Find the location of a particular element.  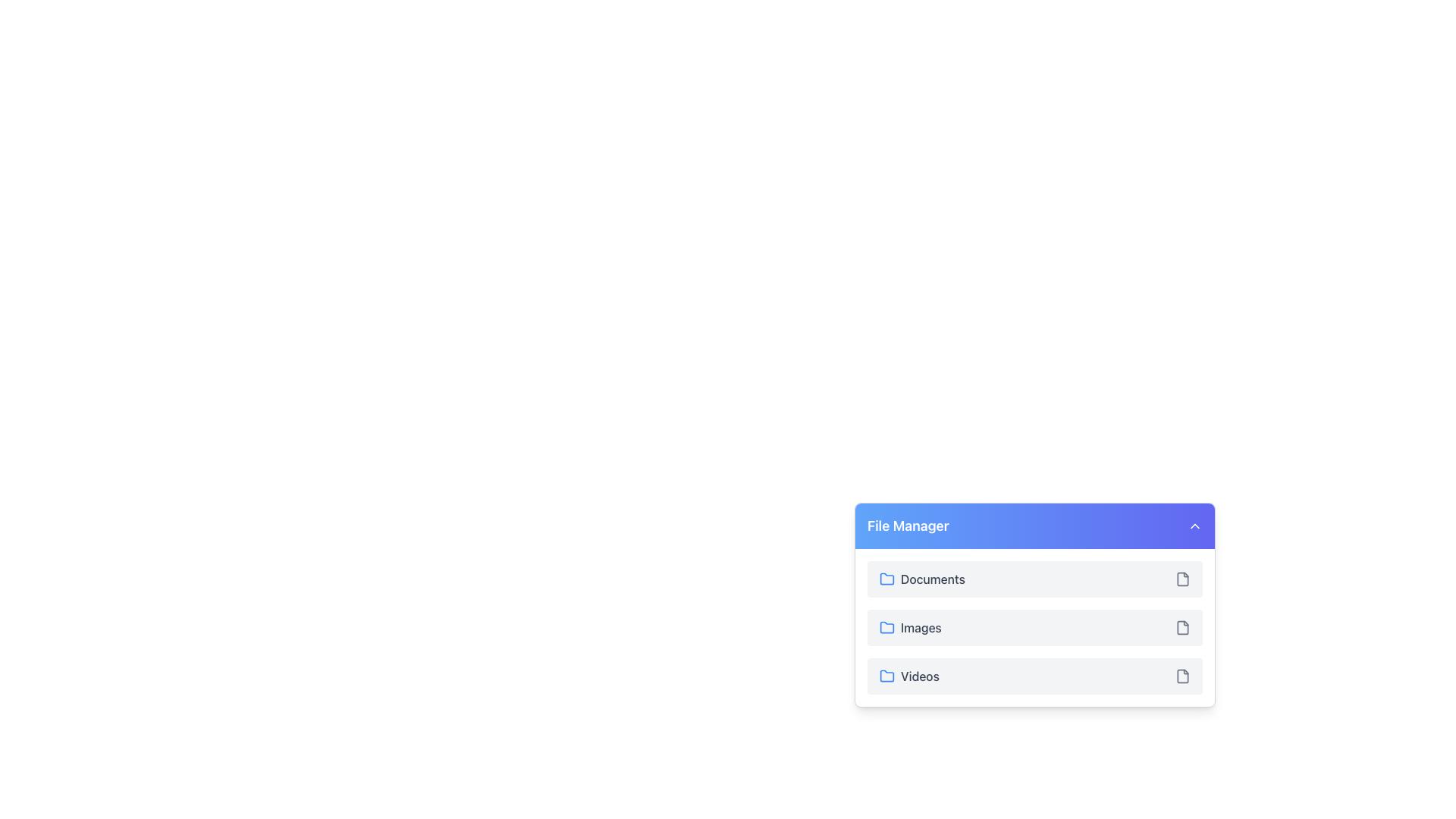

the interactive toggle icon located at the right edge of the blue header section, aligned with the text 'File Manager' is located at coordinates (1194, 526).